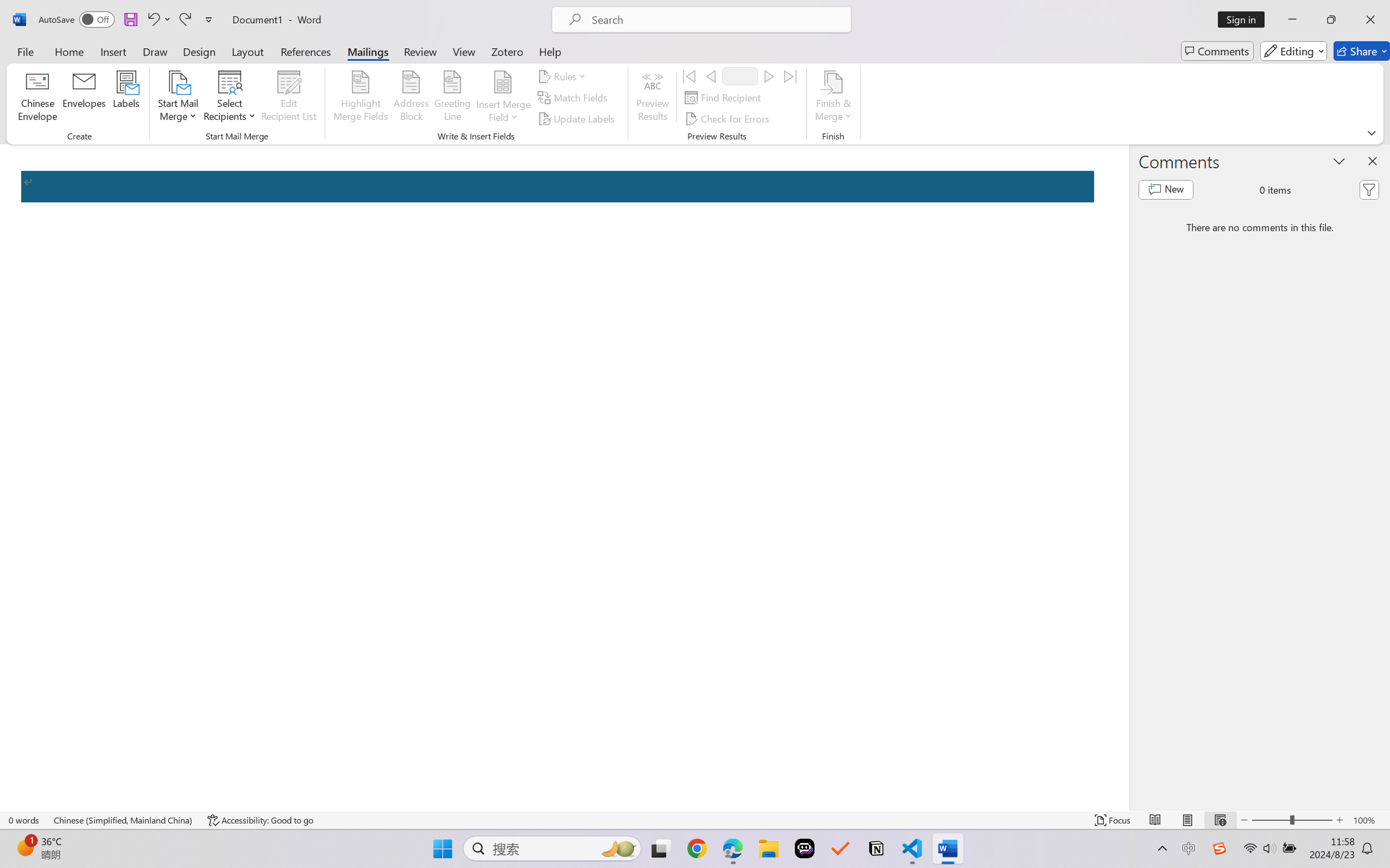 The width and height of the screenshot is (1390, 868). I want to click on 'Greeting Line...', so click(452, 98).